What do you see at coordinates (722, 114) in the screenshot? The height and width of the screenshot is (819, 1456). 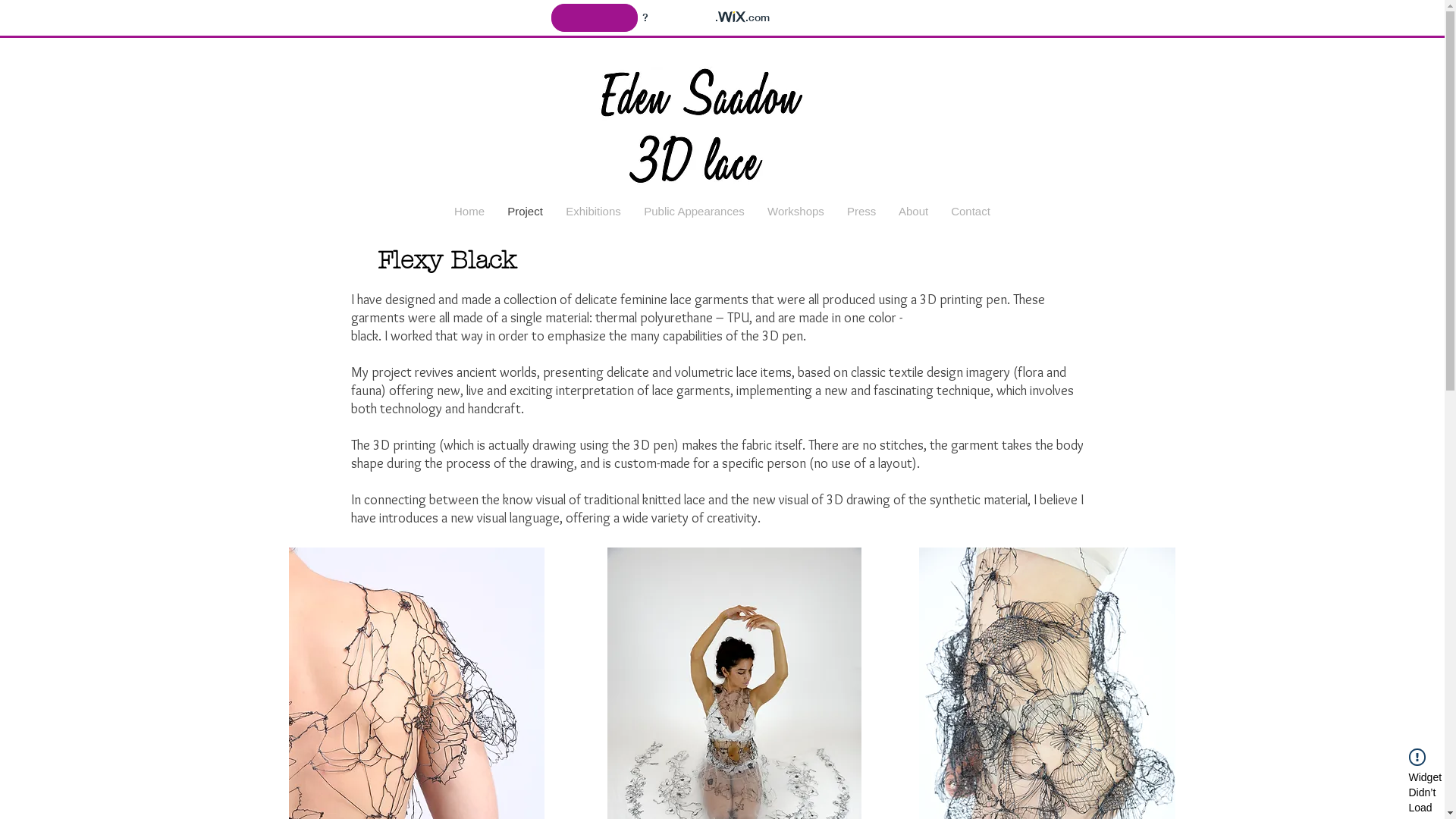 I see `'Eden Saadon'` at bounding box center [722, 114].